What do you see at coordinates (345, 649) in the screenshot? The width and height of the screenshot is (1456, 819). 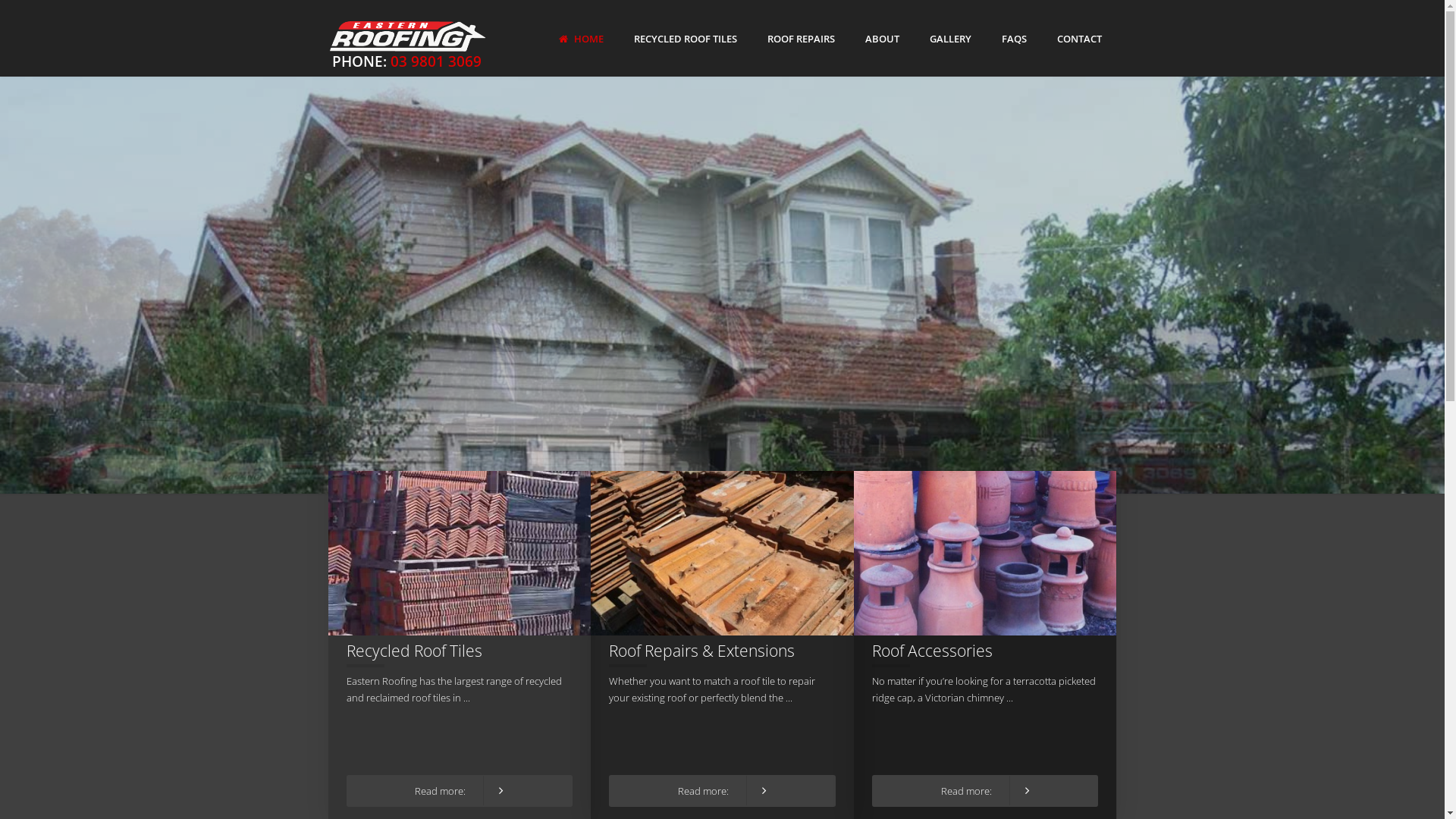 I see `'Recycled Roof Tiles'` at bounding box center [345, 649].